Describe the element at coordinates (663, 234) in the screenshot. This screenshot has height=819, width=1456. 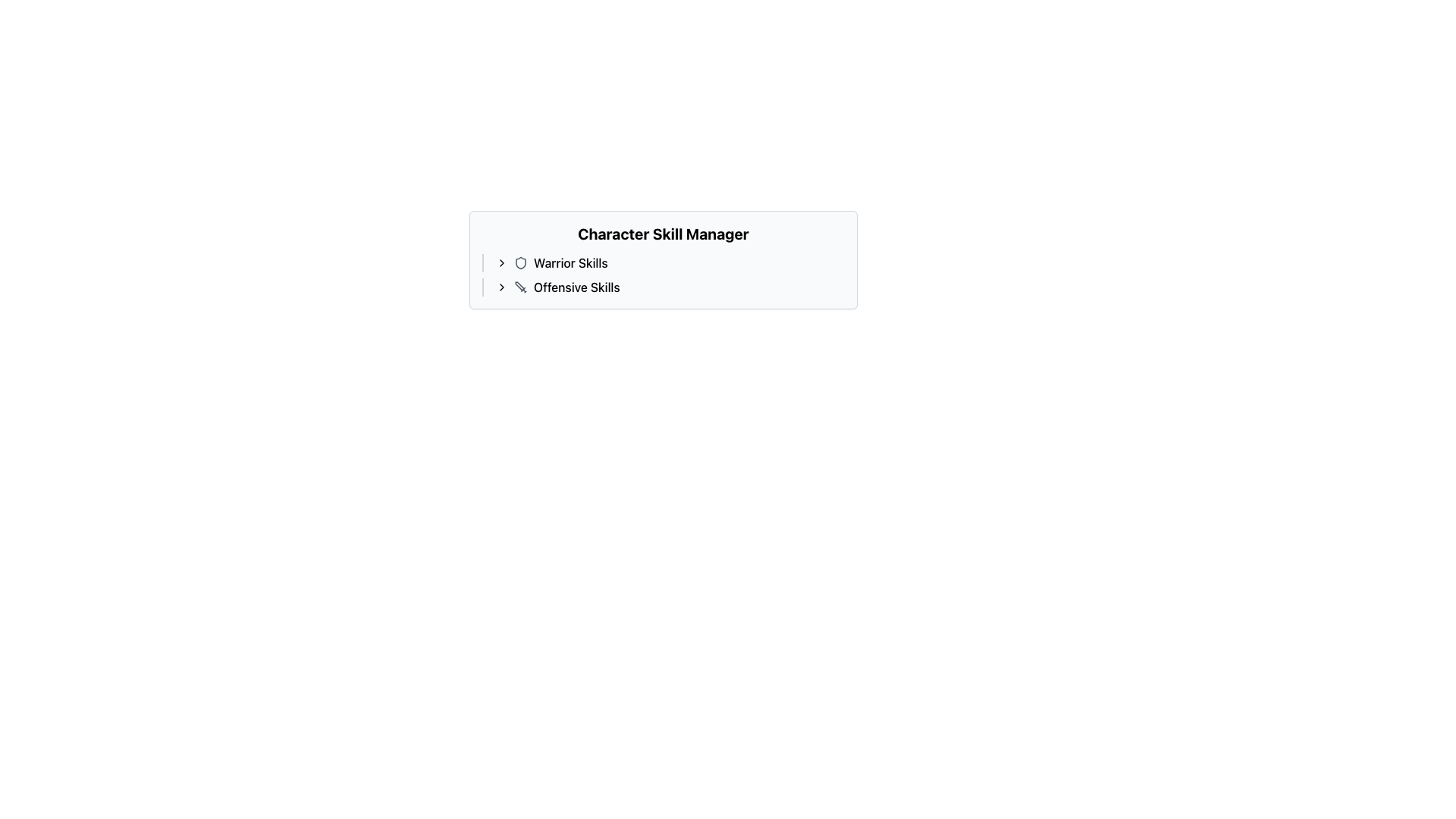
I see `the Label (Text) that serves as the title or heading for the character skills section, positioned centrally above 'Warrior Skills' and 'Offensive Skills'` at that location.